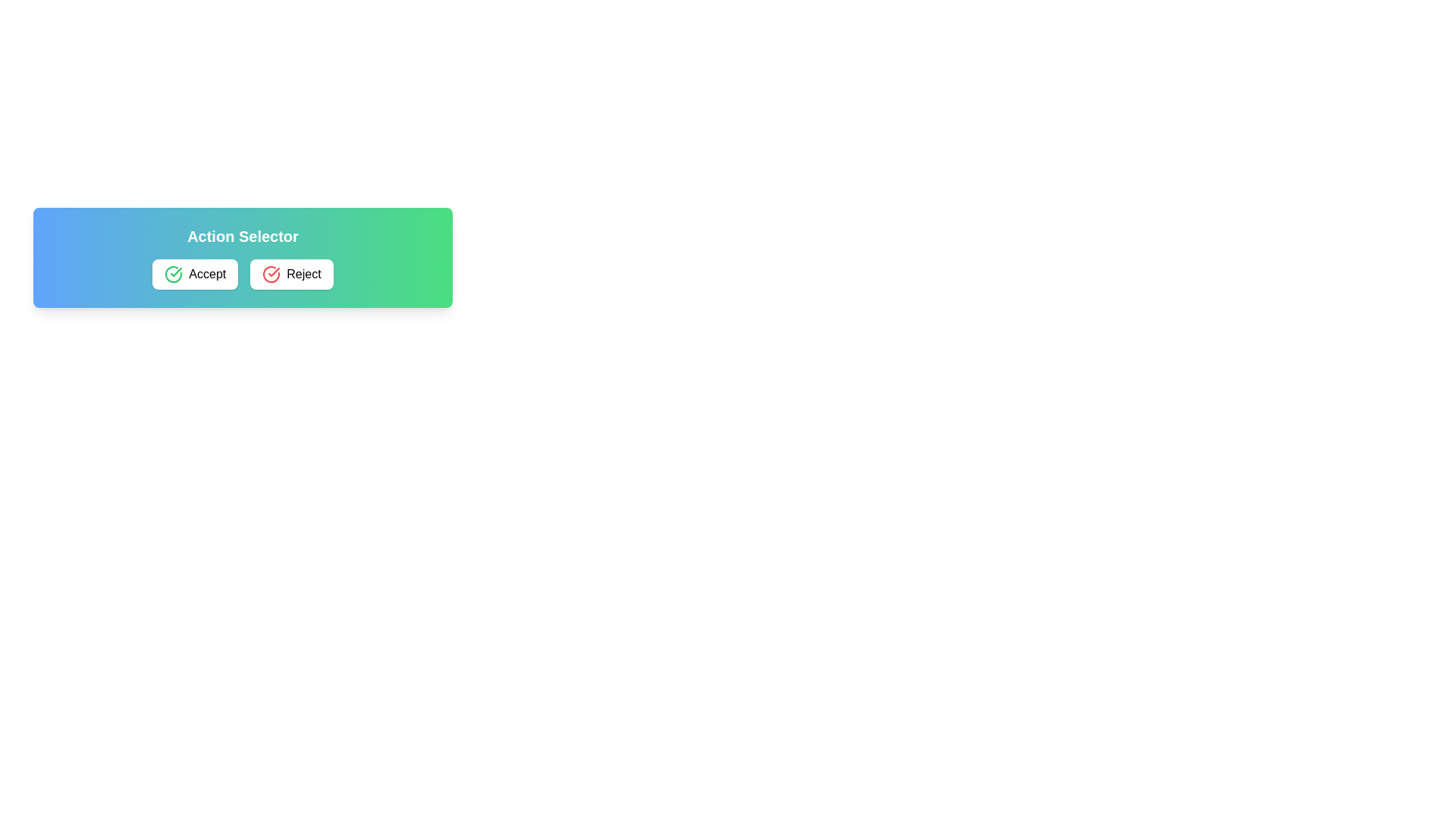 Image resolution: width=1456 pixels, height=819 pixels. I want to click on the green confirmation icon located on the left edge of the 'Accept' button, so click(174, 275).